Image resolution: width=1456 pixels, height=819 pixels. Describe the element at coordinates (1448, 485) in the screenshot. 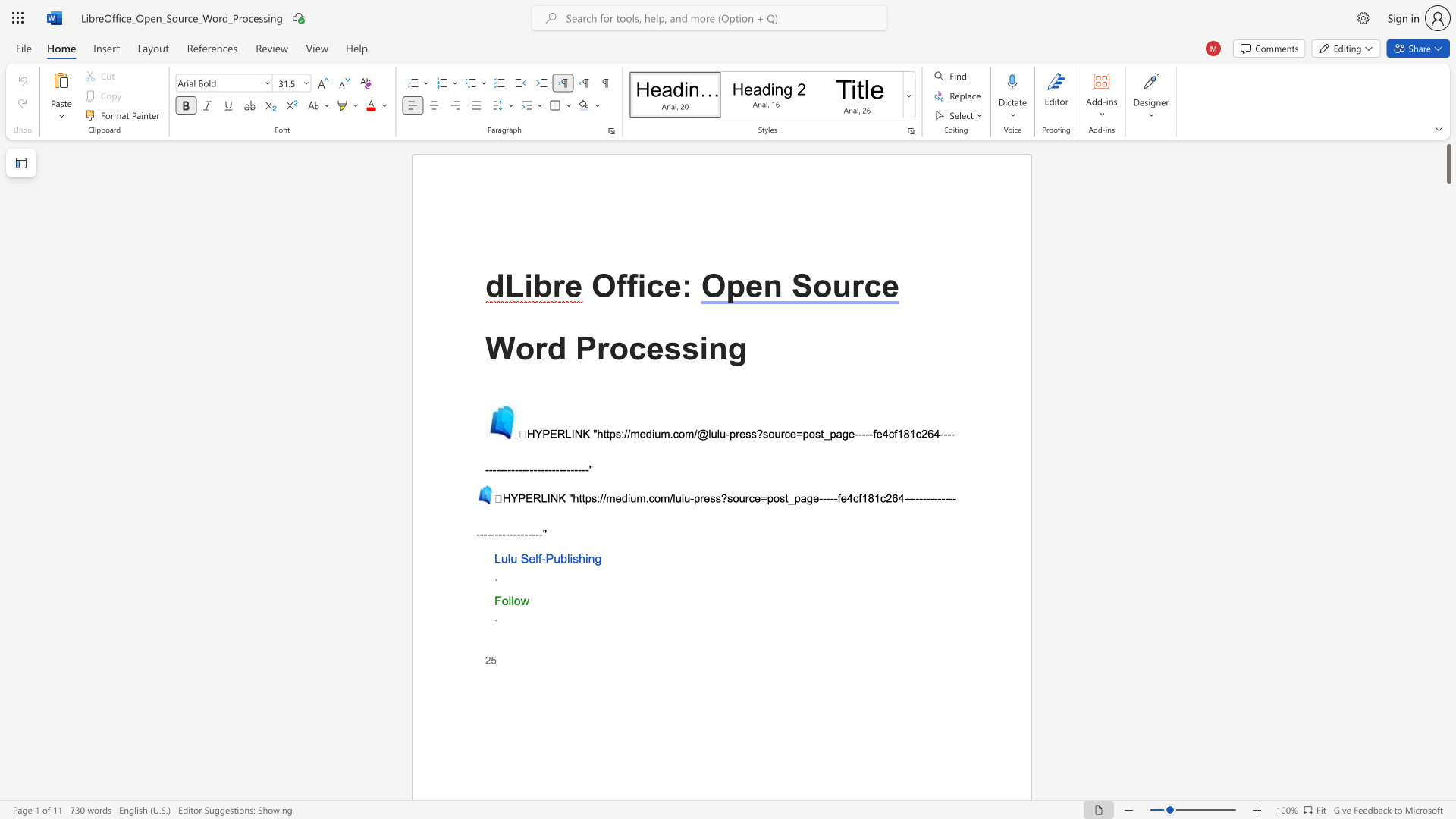

I see `the right-hand scrollbar to descend the page` at that location.